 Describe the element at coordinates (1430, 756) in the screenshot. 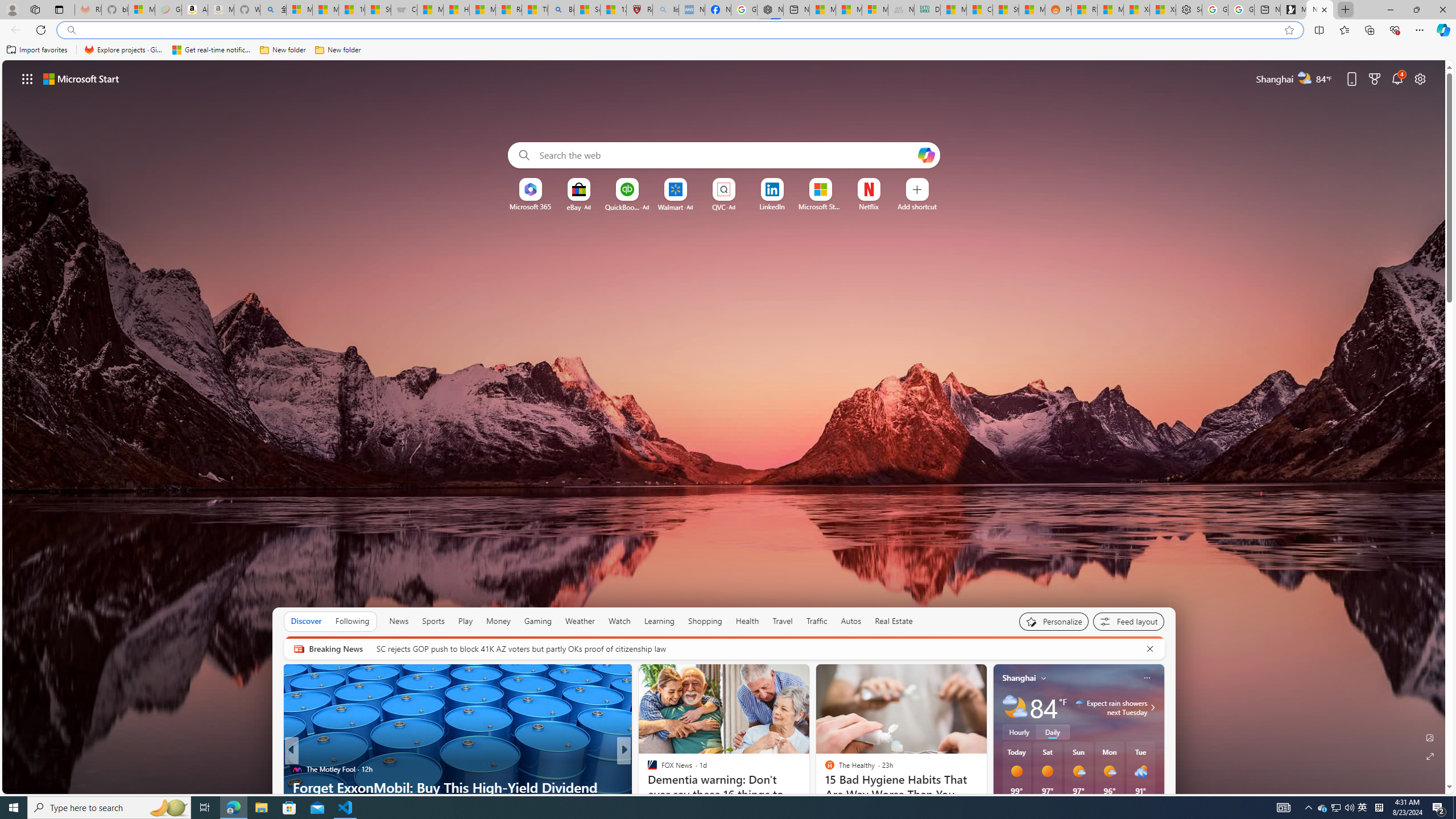

I see `'Expand background'` at that location.